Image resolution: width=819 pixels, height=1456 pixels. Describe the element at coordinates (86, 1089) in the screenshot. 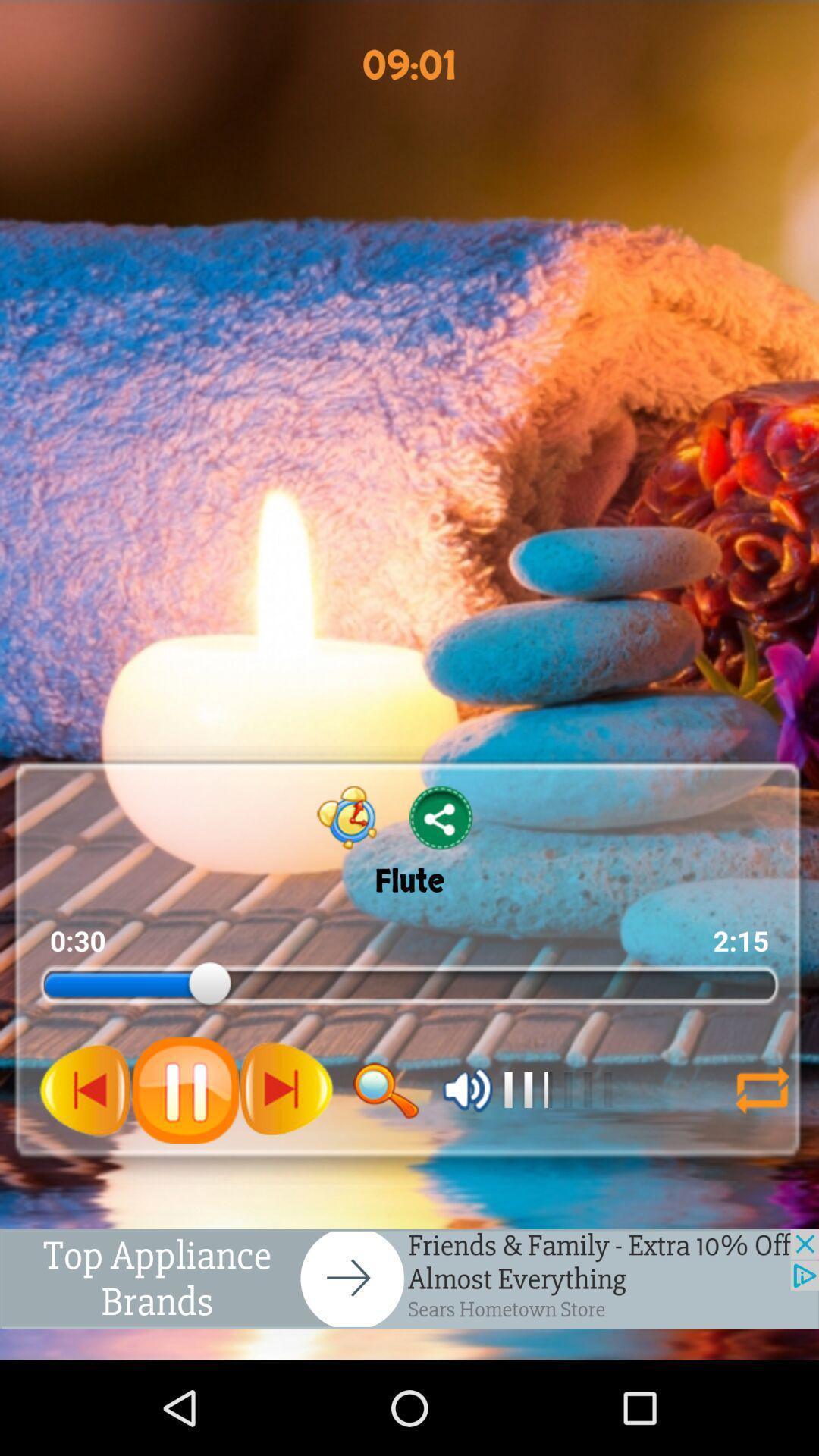

I see `previous button` at that location.